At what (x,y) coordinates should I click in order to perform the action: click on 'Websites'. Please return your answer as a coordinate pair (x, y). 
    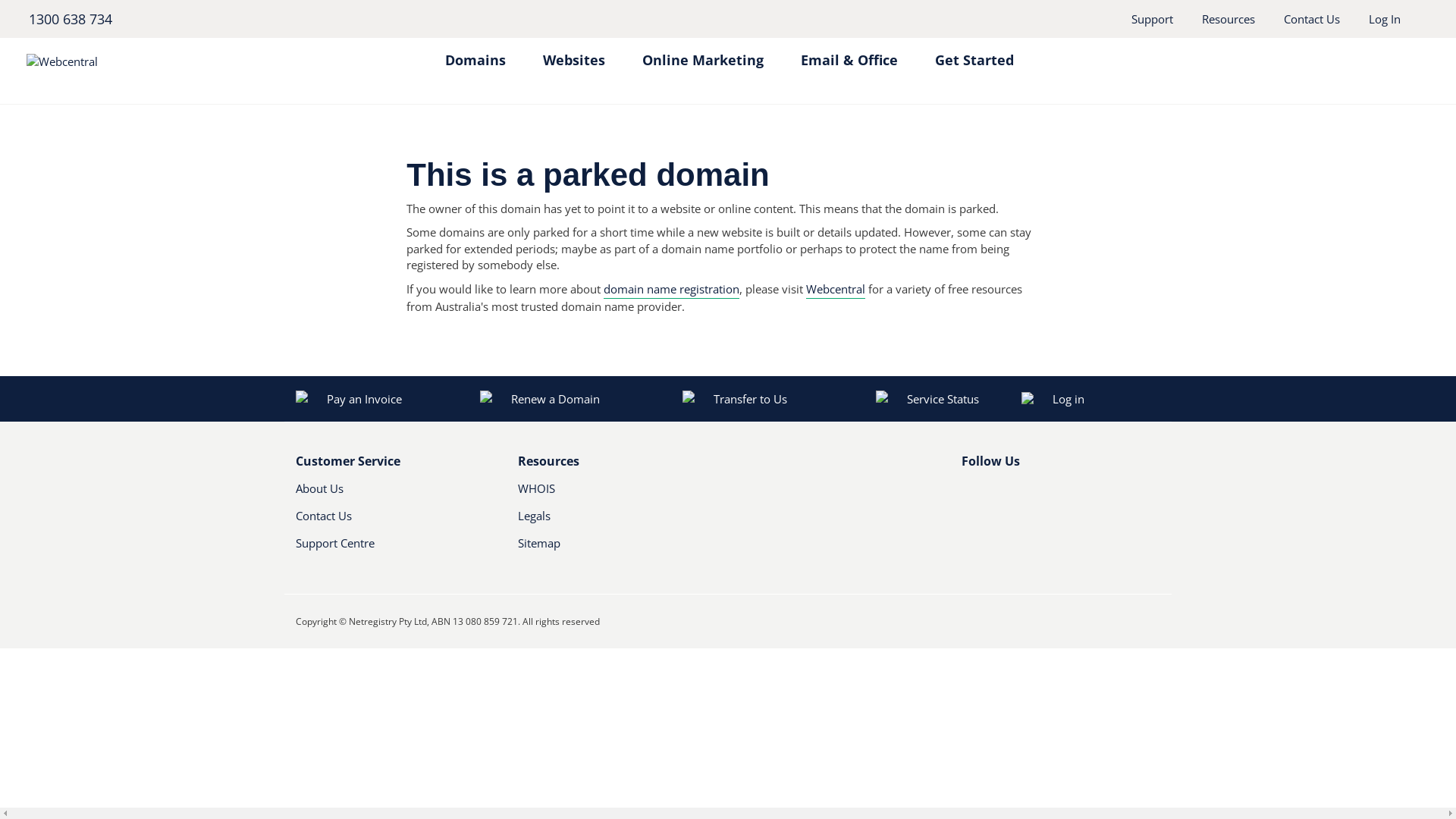
    Looking at the image, I should click on (573, 52).